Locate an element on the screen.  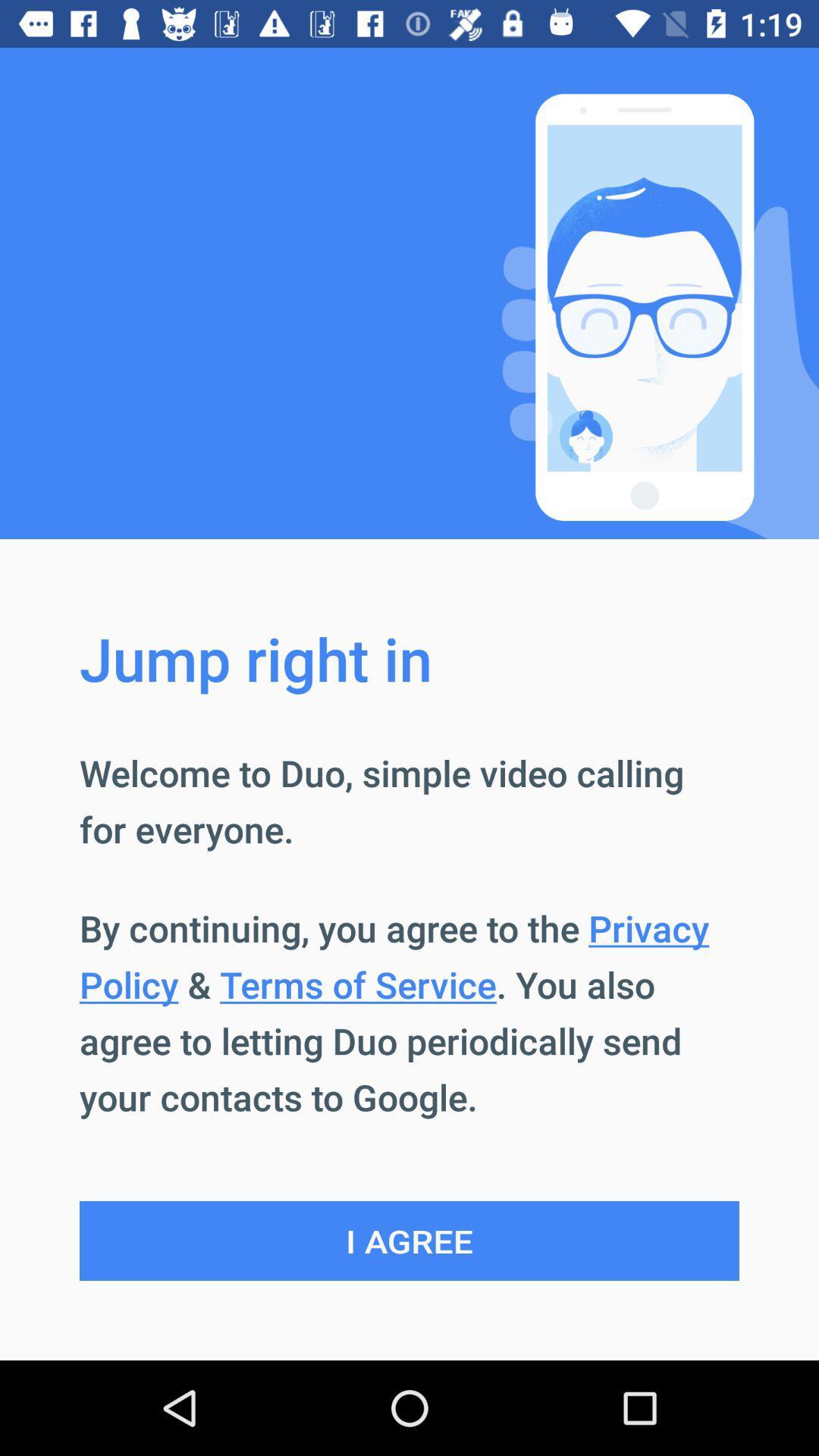
icon below the by continuing you item is located at coordinates (409, 1241).